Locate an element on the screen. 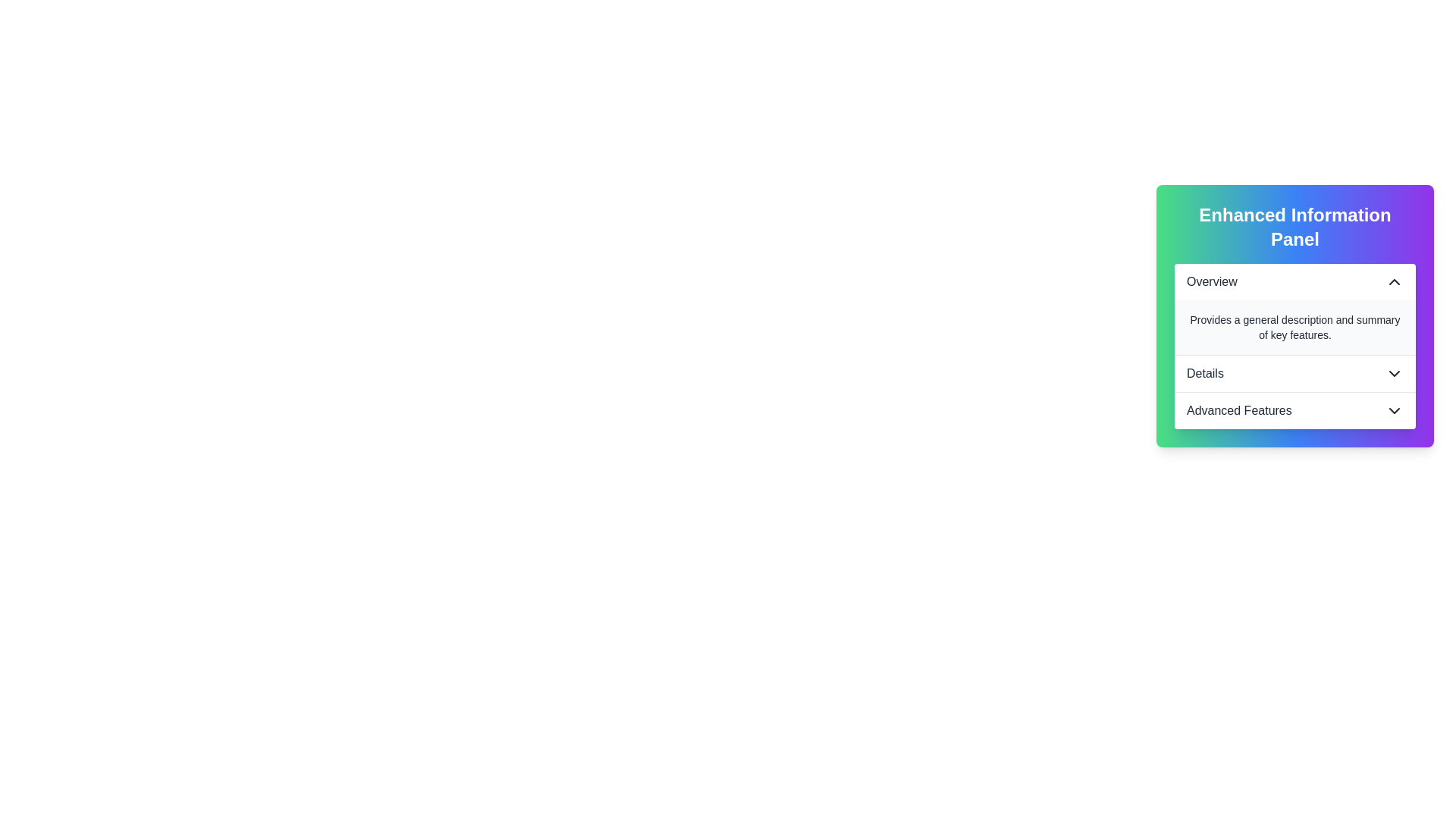  the collapsible sections of the 'Enhanced Information Panel' is located at coordinates (1294, 315).